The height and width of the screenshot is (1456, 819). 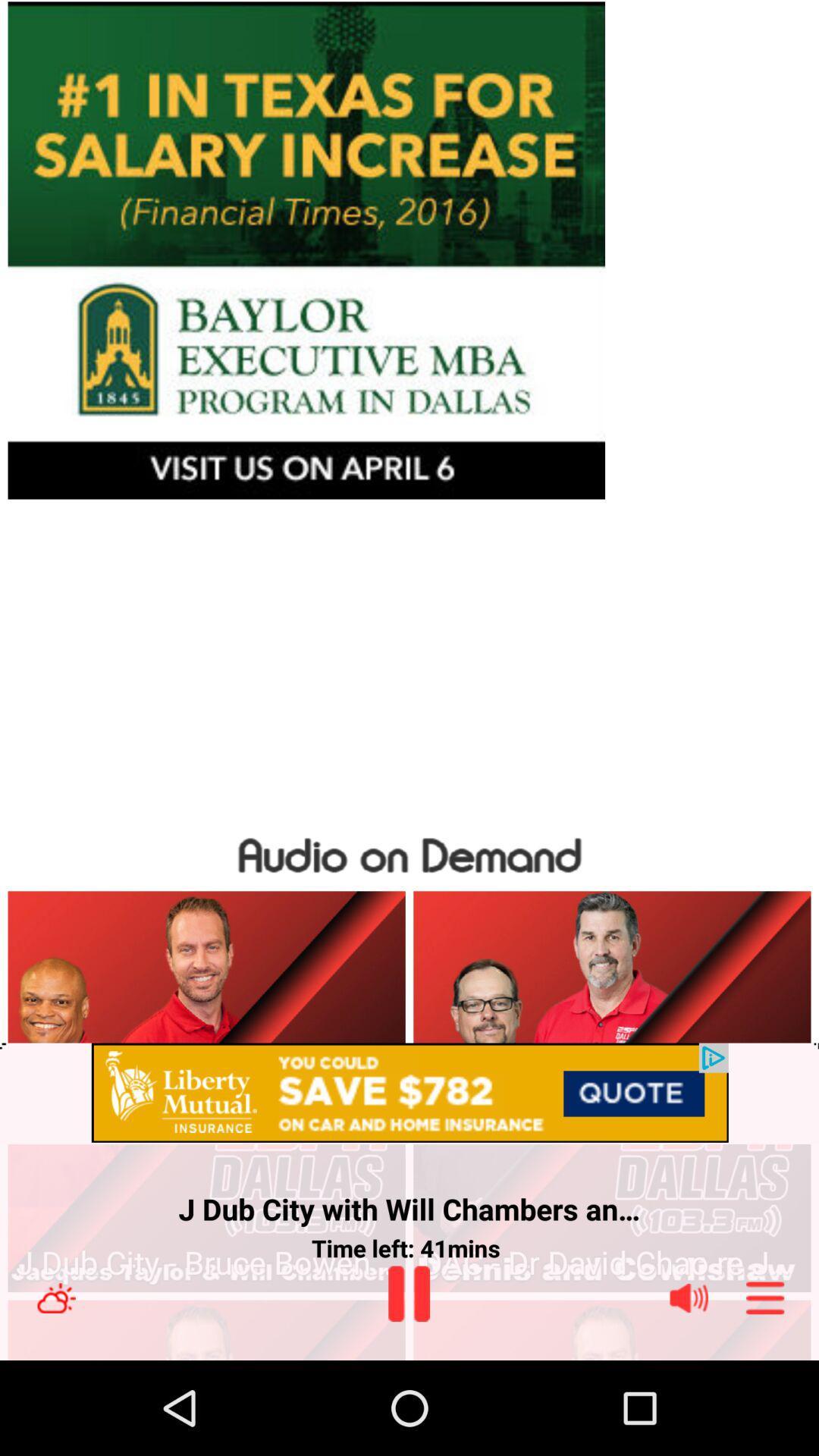 What do you see at coordinates (408, 1293) in the screenshot?
I see `pause the audio` at bounding box center [408, 1293].